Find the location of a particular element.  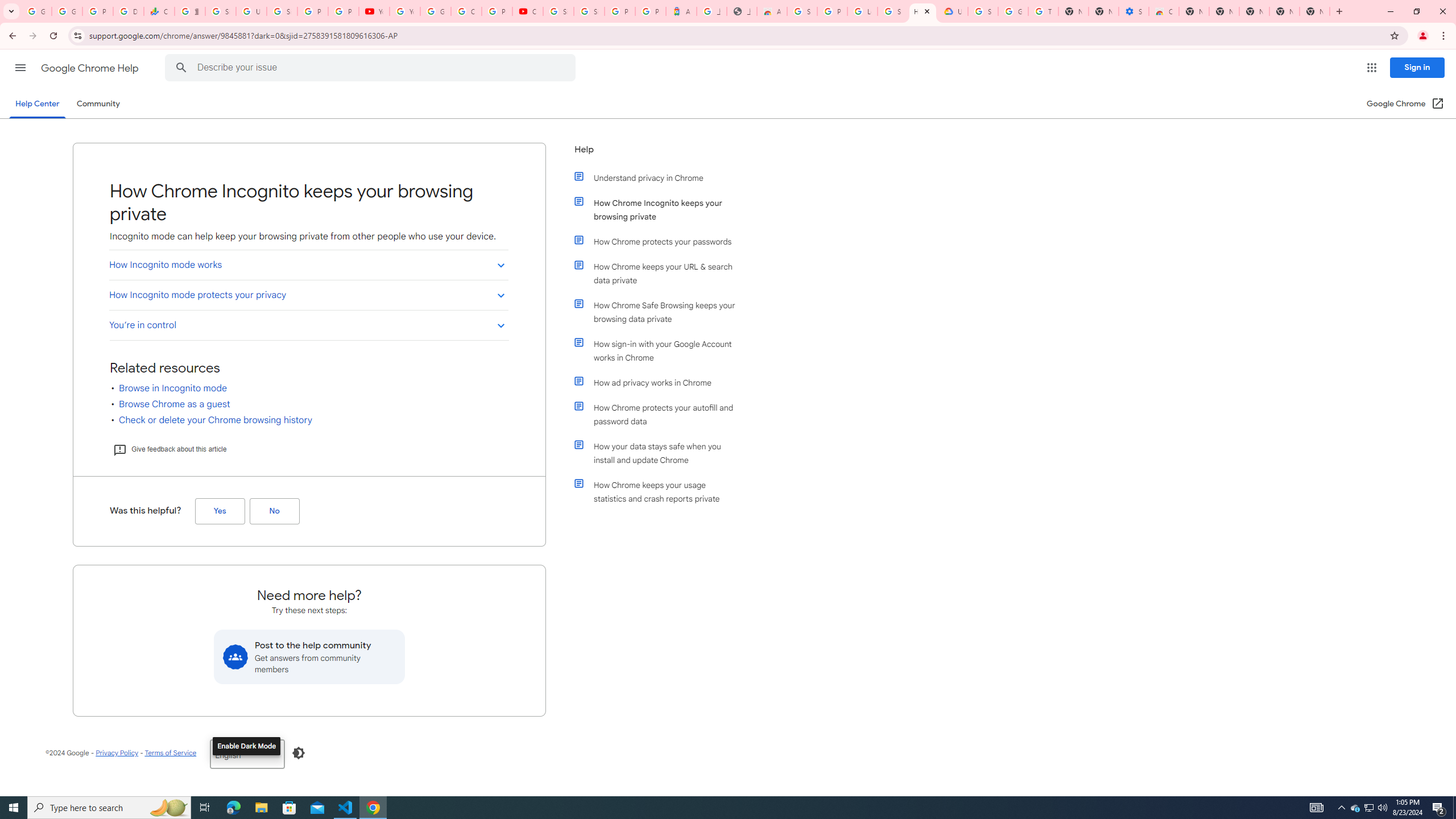

'How Incognito mode protects your privacy' is located at coordinates (308, 294).